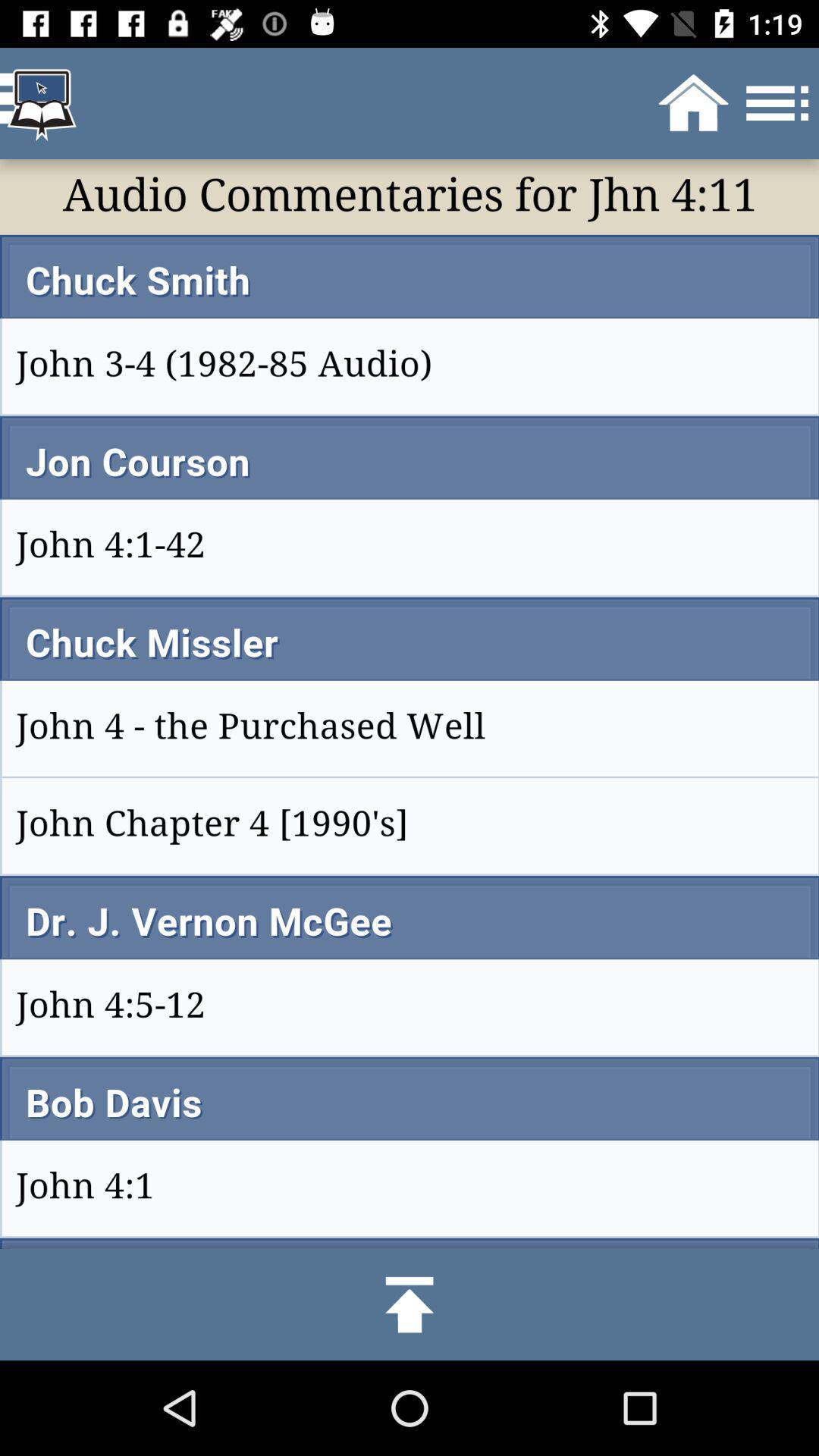  I want to click on to download, so click(409, 1304).